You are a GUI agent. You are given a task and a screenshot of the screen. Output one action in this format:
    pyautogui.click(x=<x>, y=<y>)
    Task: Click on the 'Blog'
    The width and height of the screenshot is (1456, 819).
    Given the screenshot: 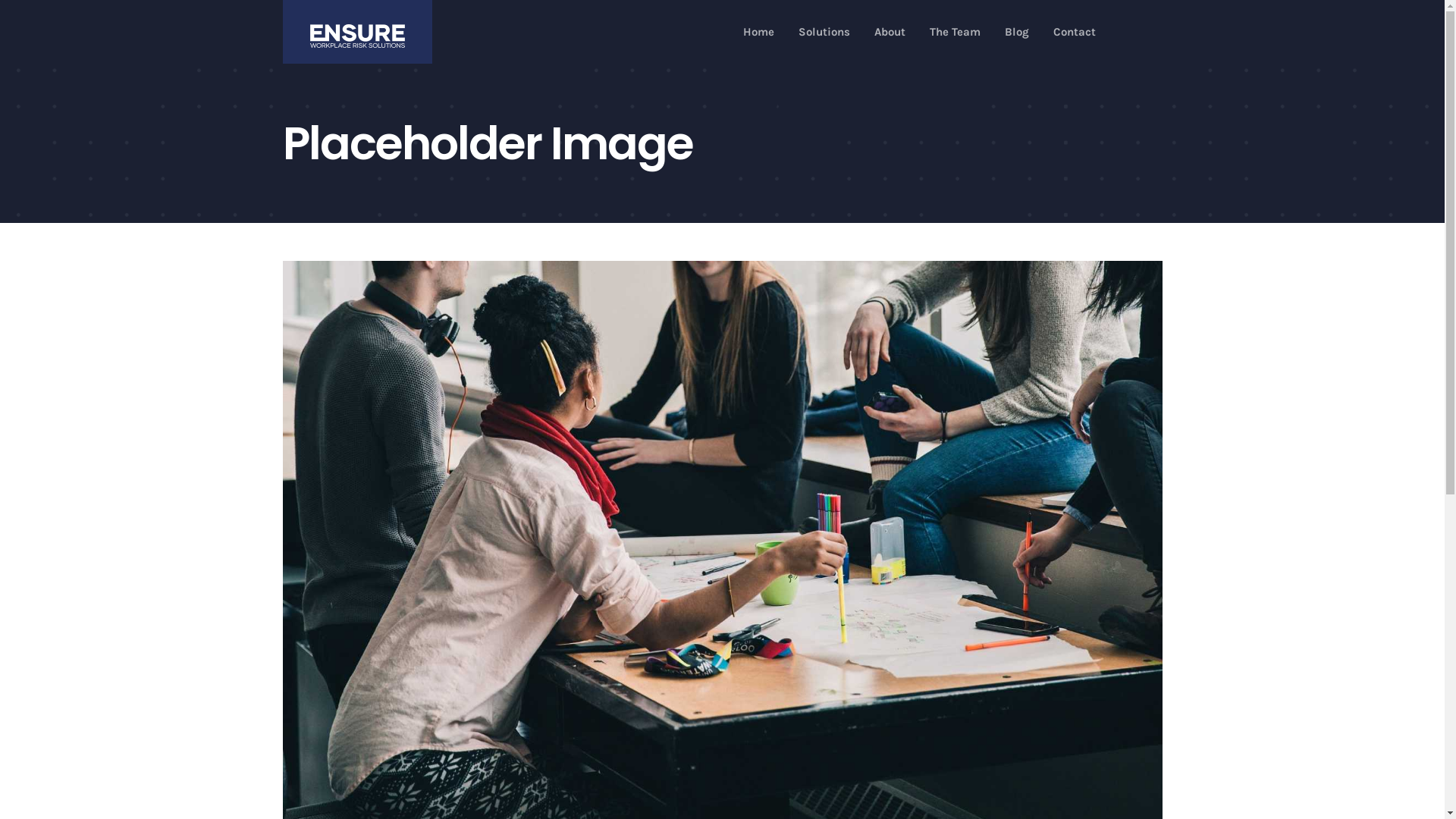 What is the action you would take?
    pyautogui.click(x=1004, y=32)
    